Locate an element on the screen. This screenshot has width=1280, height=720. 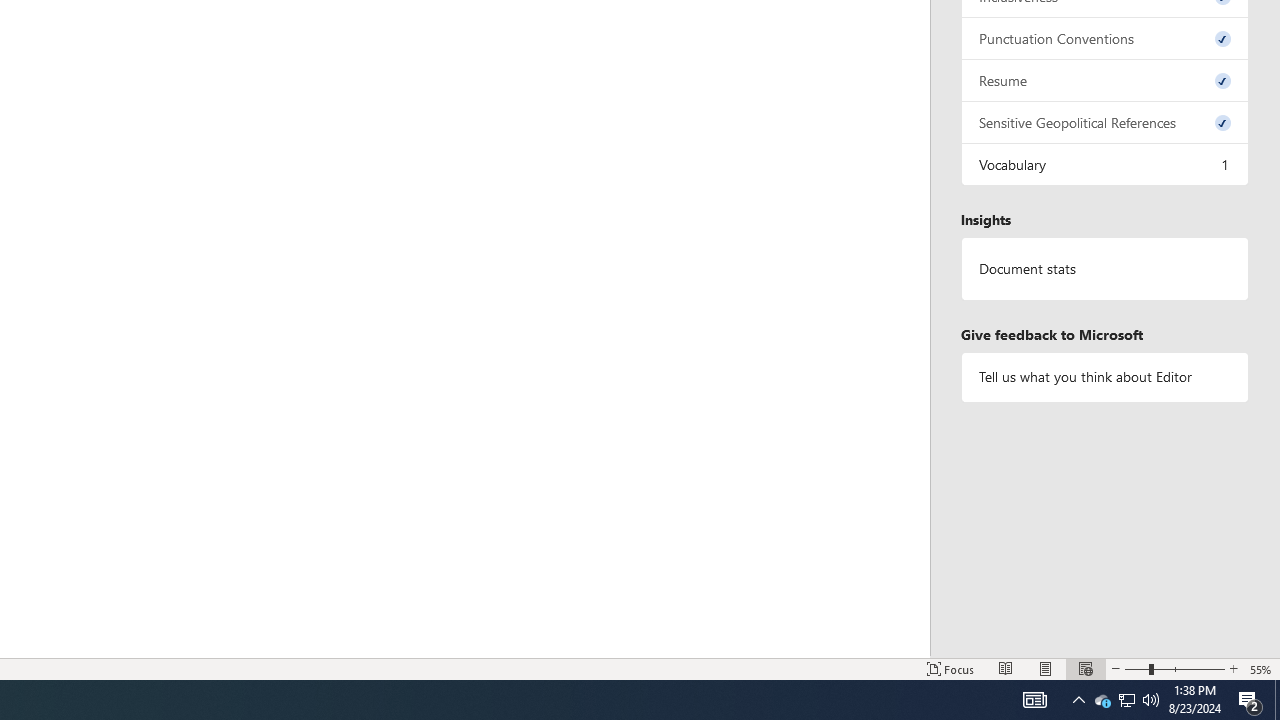
'Resume, 0 issues. Press space or enter to review items.' is located at coordinates (1104, 79).